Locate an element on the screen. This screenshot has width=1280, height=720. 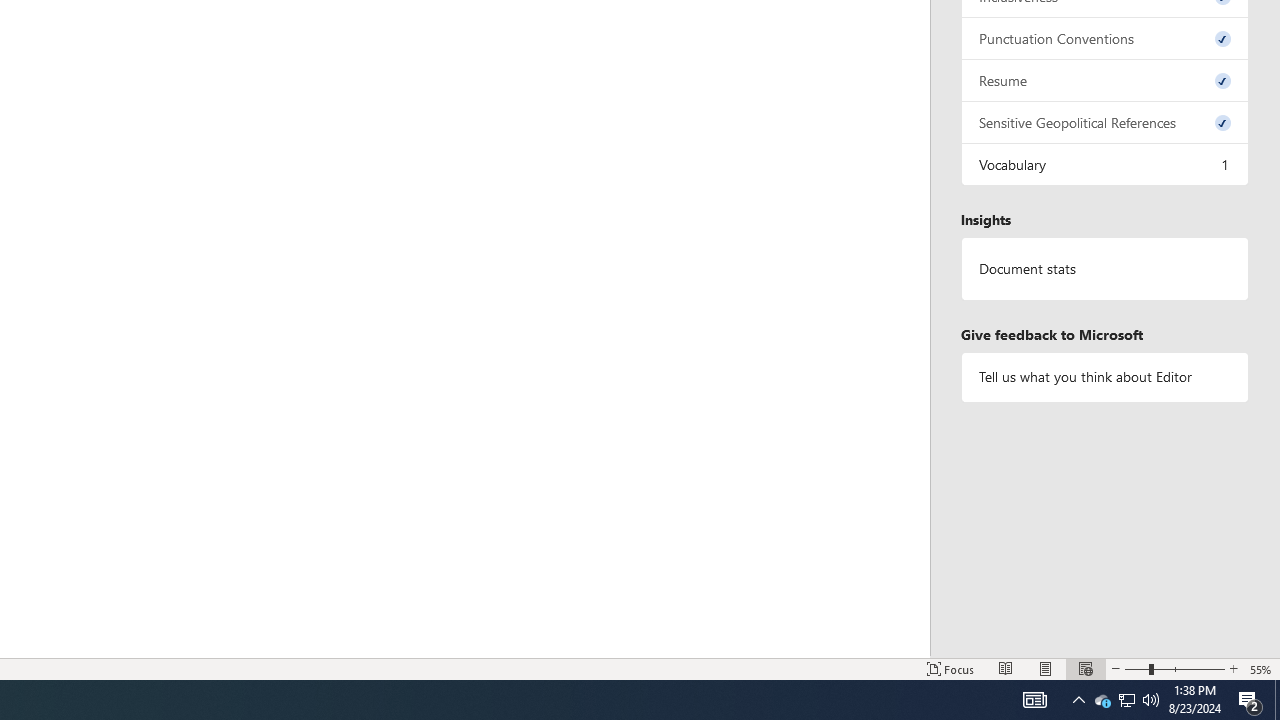
'Resume, 0 issues. Press space or enter to review items.' is located at coordinates (1104, 79).